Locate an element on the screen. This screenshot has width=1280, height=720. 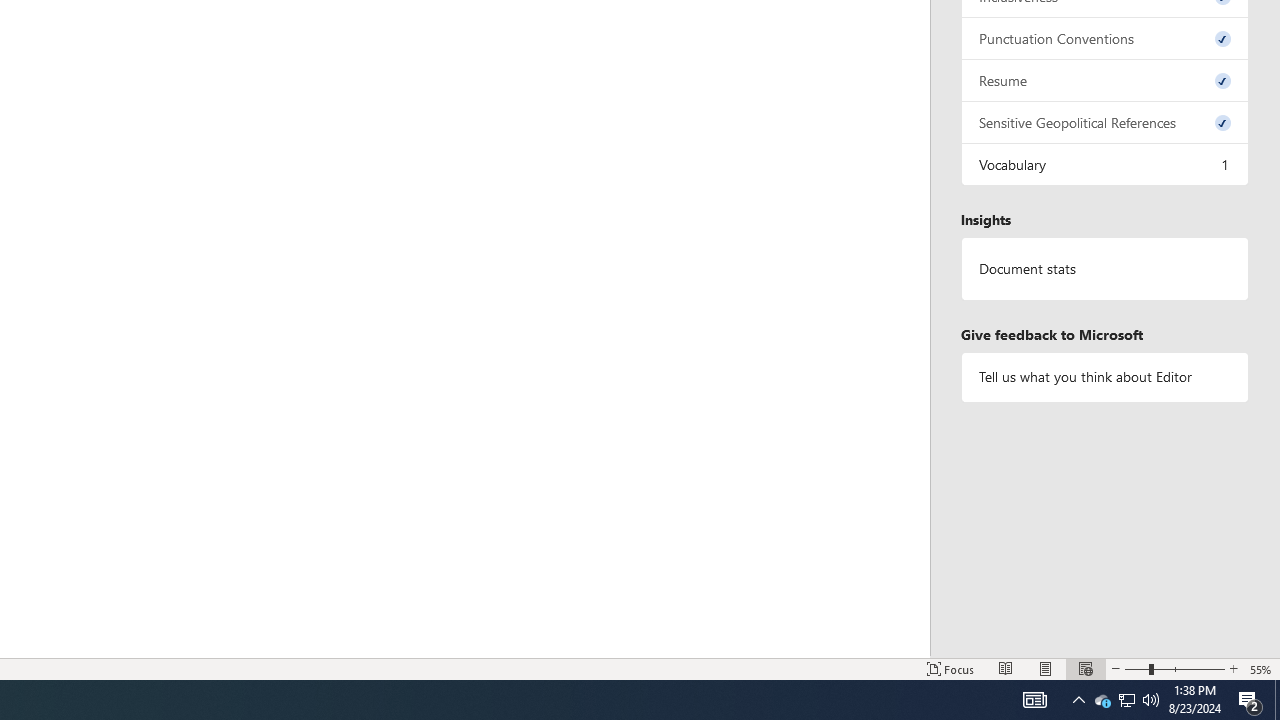
'Resume, 0 issues. Press space or enter to review items.' is located at coordinates (1104, 79).